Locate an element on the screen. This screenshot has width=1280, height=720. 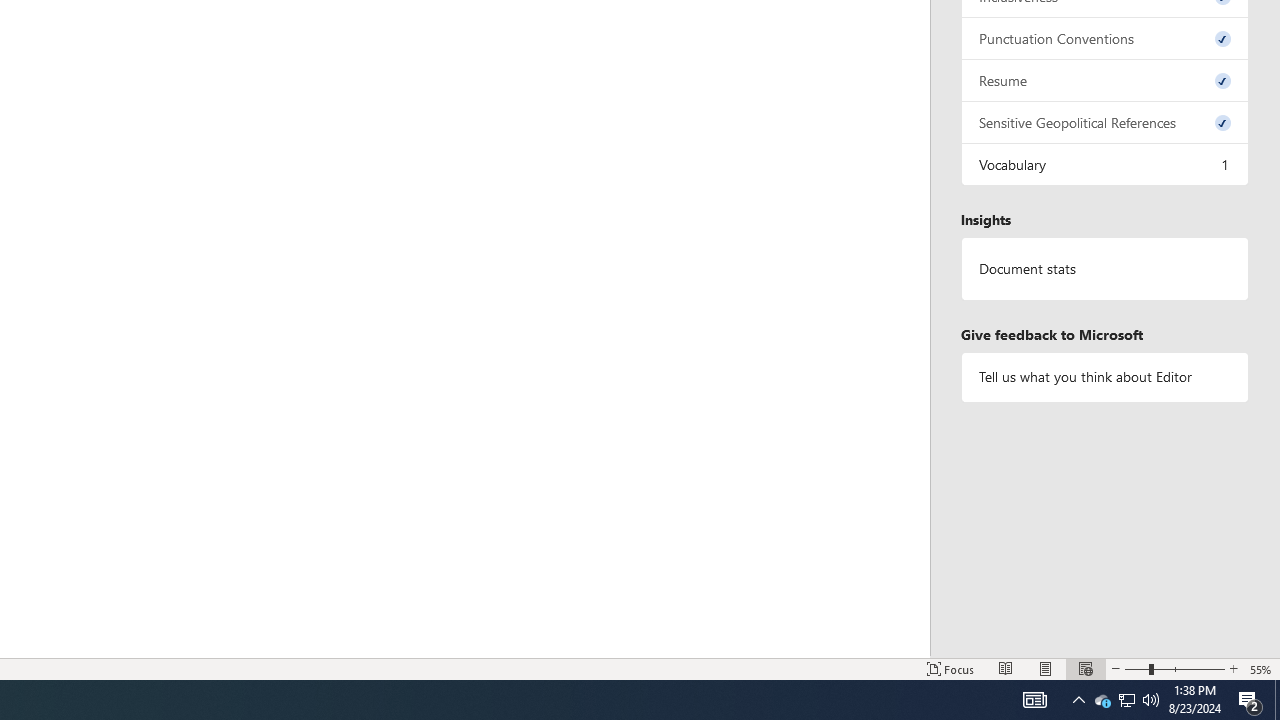
'Resume, 0 issues. Press space or enter to review items.' is located at coordinates (1104, 79).